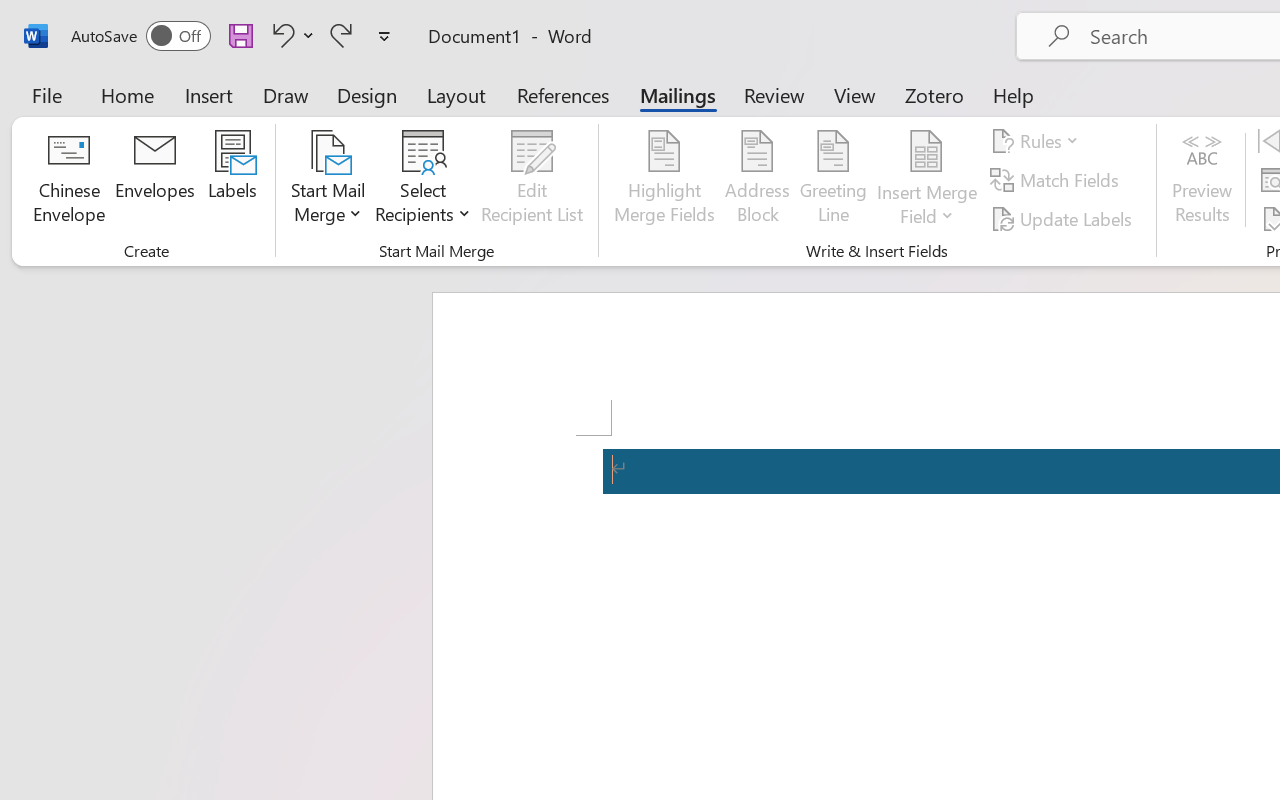 Image resolution: width=1280 pixels, height=800 pixels. I want to click on 'Edit Recipient List...', so click(532, 179).